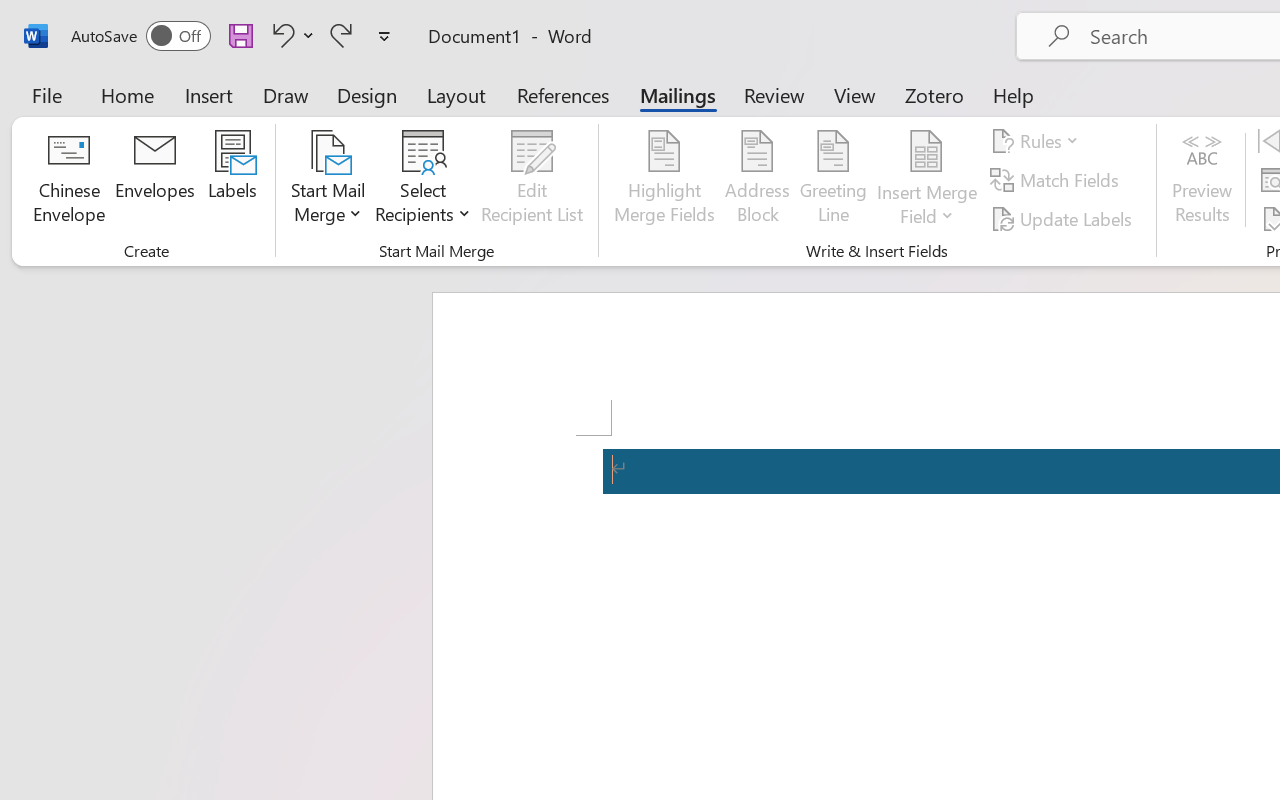 Image resolution: width=1280 pixels, height=800 pixels. I want to click on 'Edit Recipient List...', so click(532, 179).